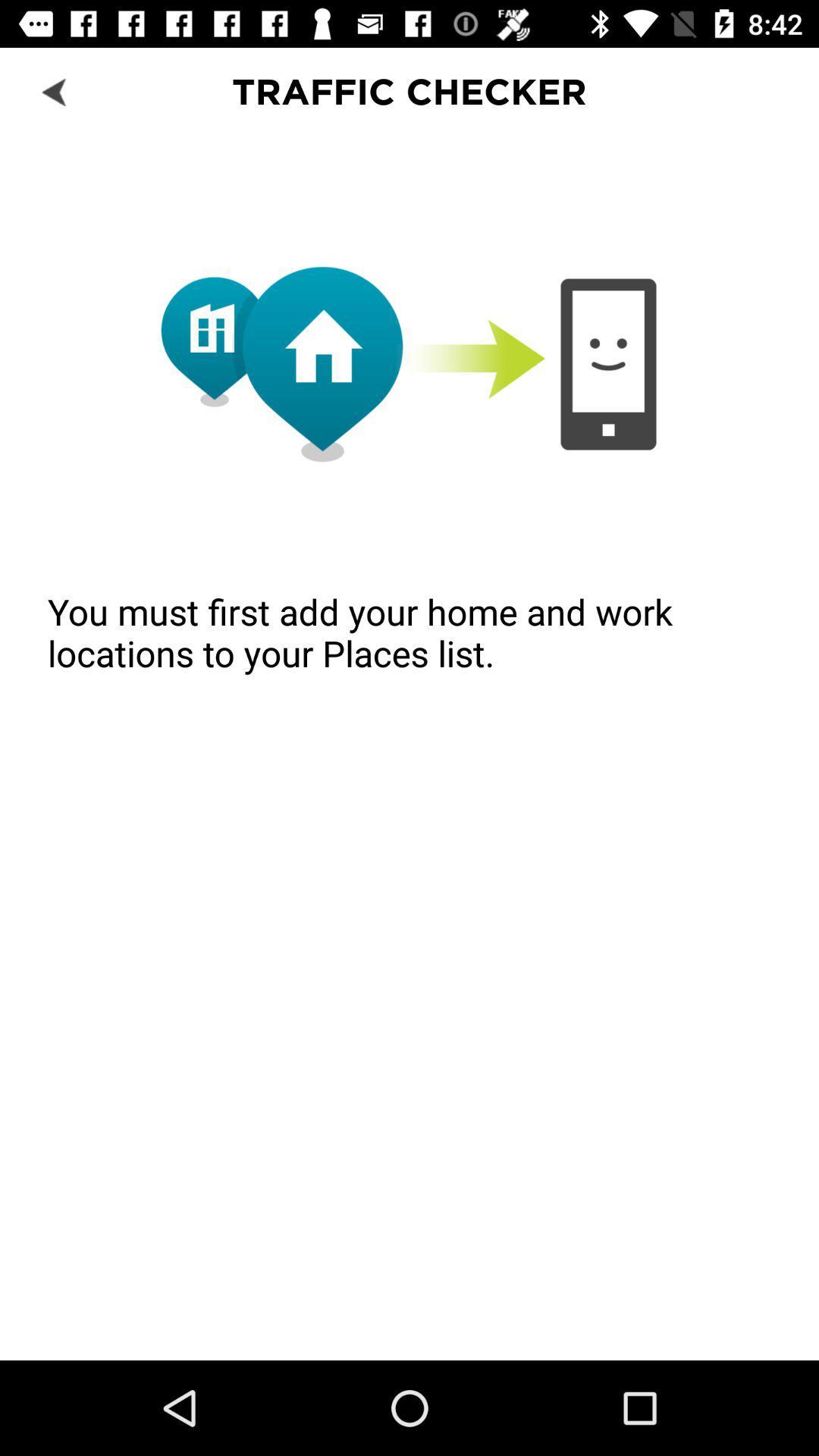 This screenshot has width=819, height=1456. Describe the element at coordinates (55, 90) in the screenshot. I see `the icon at the top left corner` at that location.